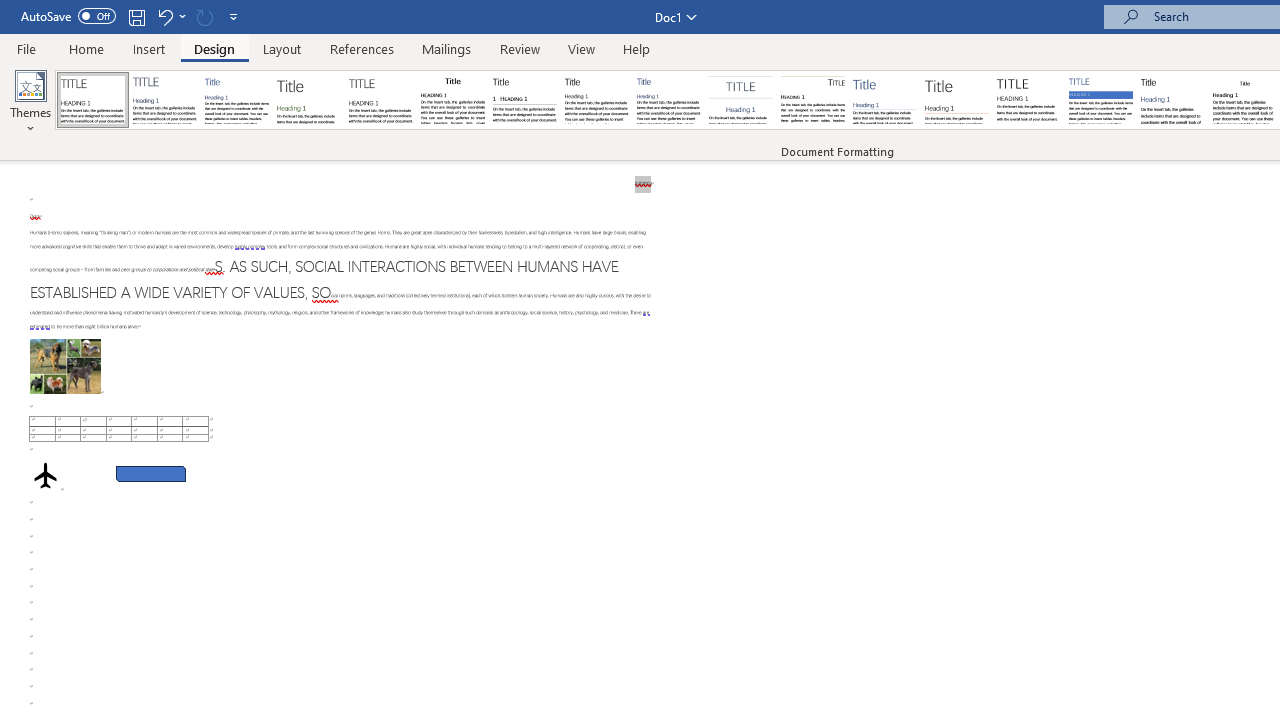 The image size is (1280, 720). What do you see at coordinates (65, 366) in the screenshot?
I see `'Morphological variation in six dogs'` at bounding box center [65, 366].